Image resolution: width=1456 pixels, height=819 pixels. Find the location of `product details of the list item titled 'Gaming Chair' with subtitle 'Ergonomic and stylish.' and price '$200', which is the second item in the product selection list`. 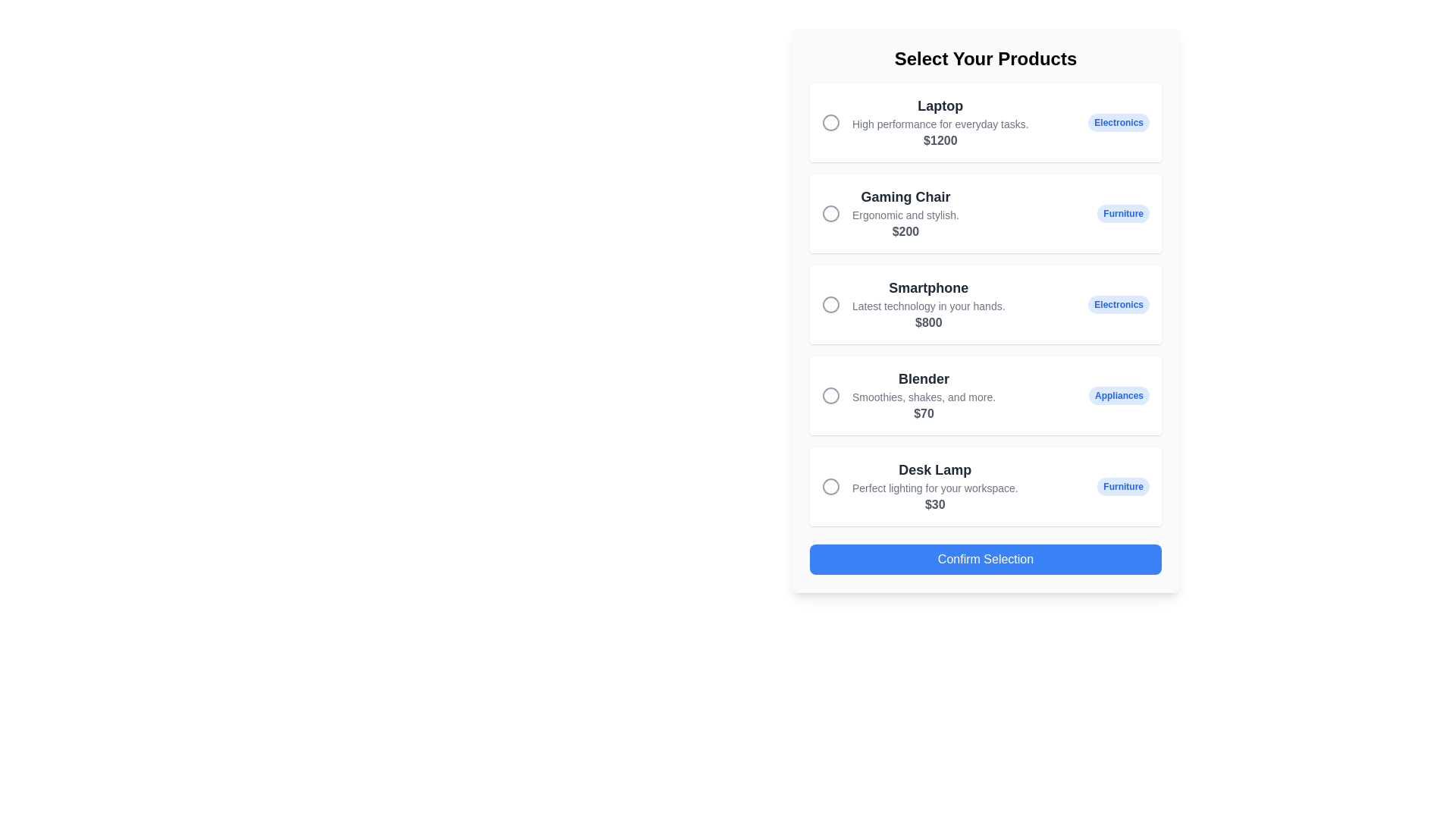

product details of the list item titled 'Gaming Chair' with subtitle 'Ergonomic and stylish.' and price '$200', which is the second item in the product selection list is located at coordinates (890, 213).